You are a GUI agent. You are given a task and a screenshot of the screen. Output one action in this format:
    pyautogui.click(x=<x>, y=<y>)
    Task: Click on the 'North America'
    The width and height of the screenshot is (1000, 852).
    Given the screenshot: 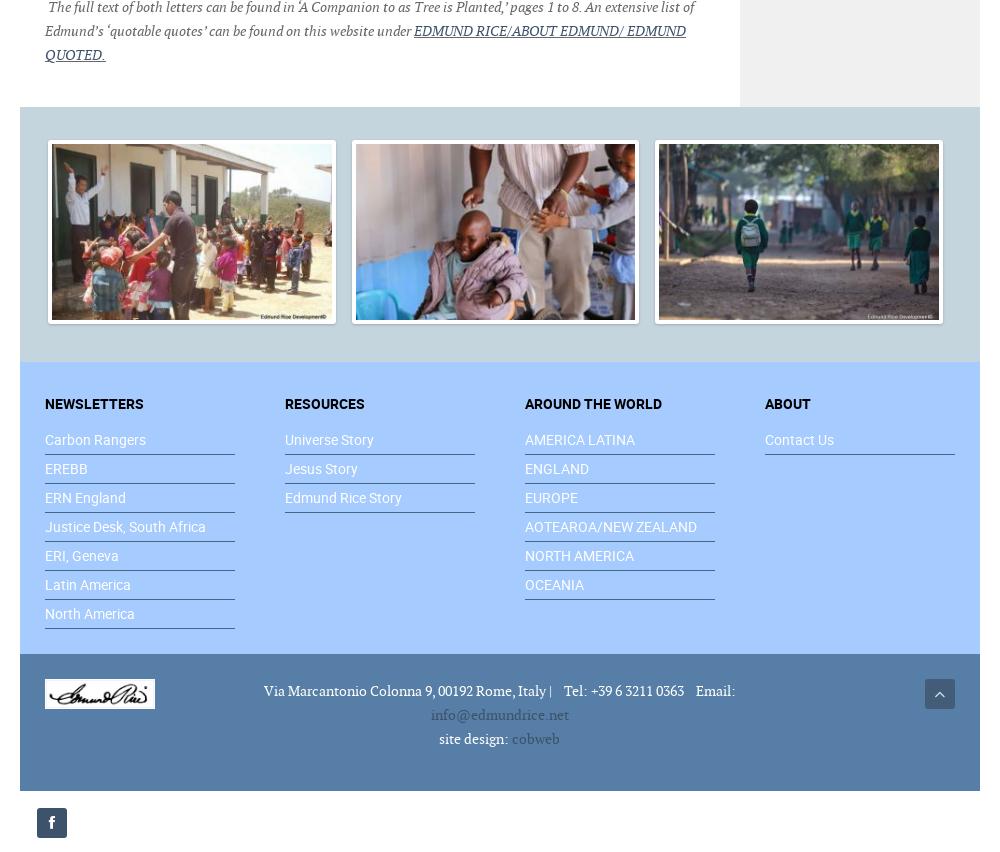 What is the action you would take?
    pyautogui.click(x=89, y=612)
    